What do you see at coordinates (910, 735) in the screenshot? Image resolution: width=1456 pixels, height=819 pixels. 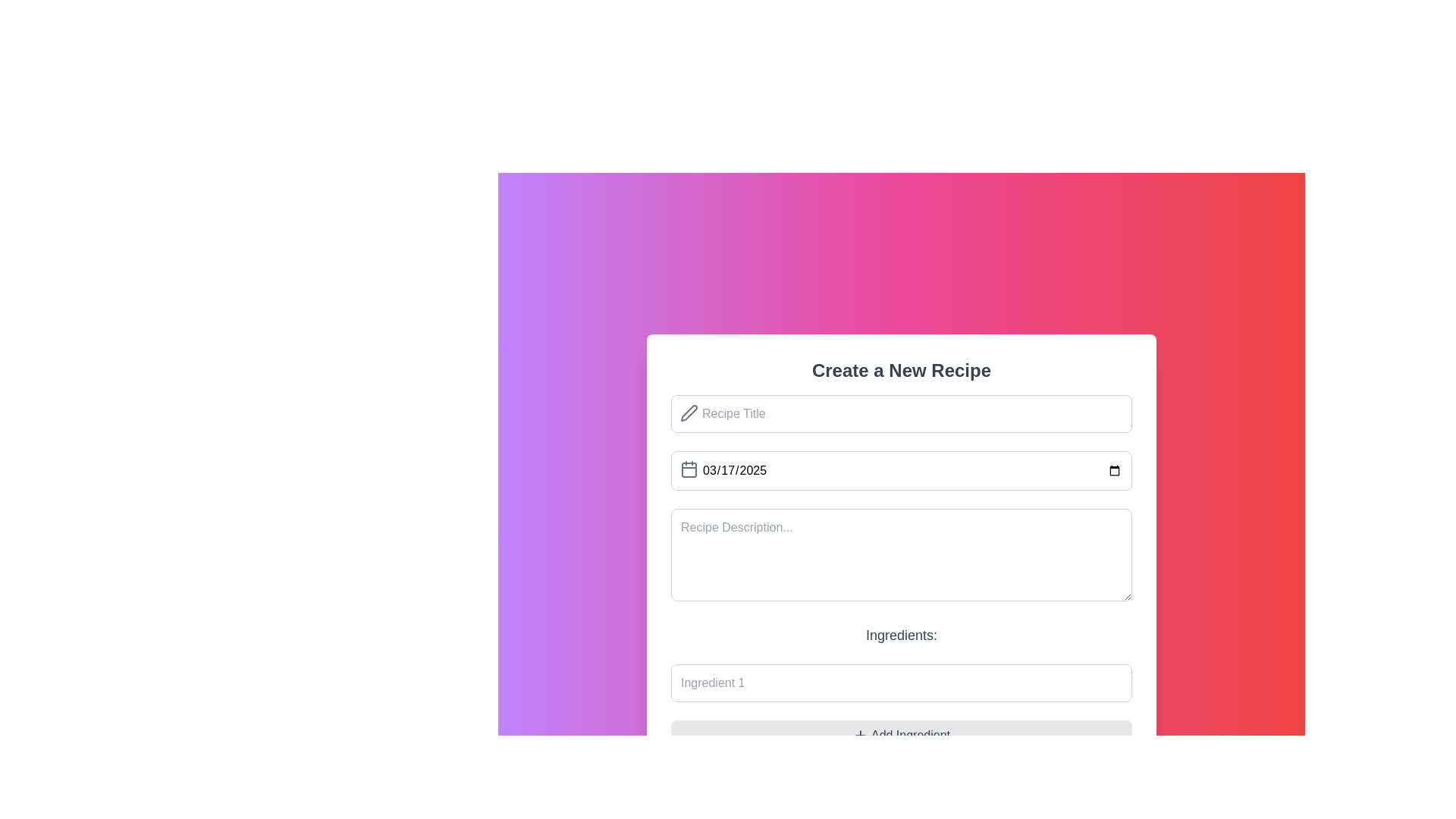 I see `the button that adds another ingredient to the list by navigating through tab key` at bounding box center [910, 735].